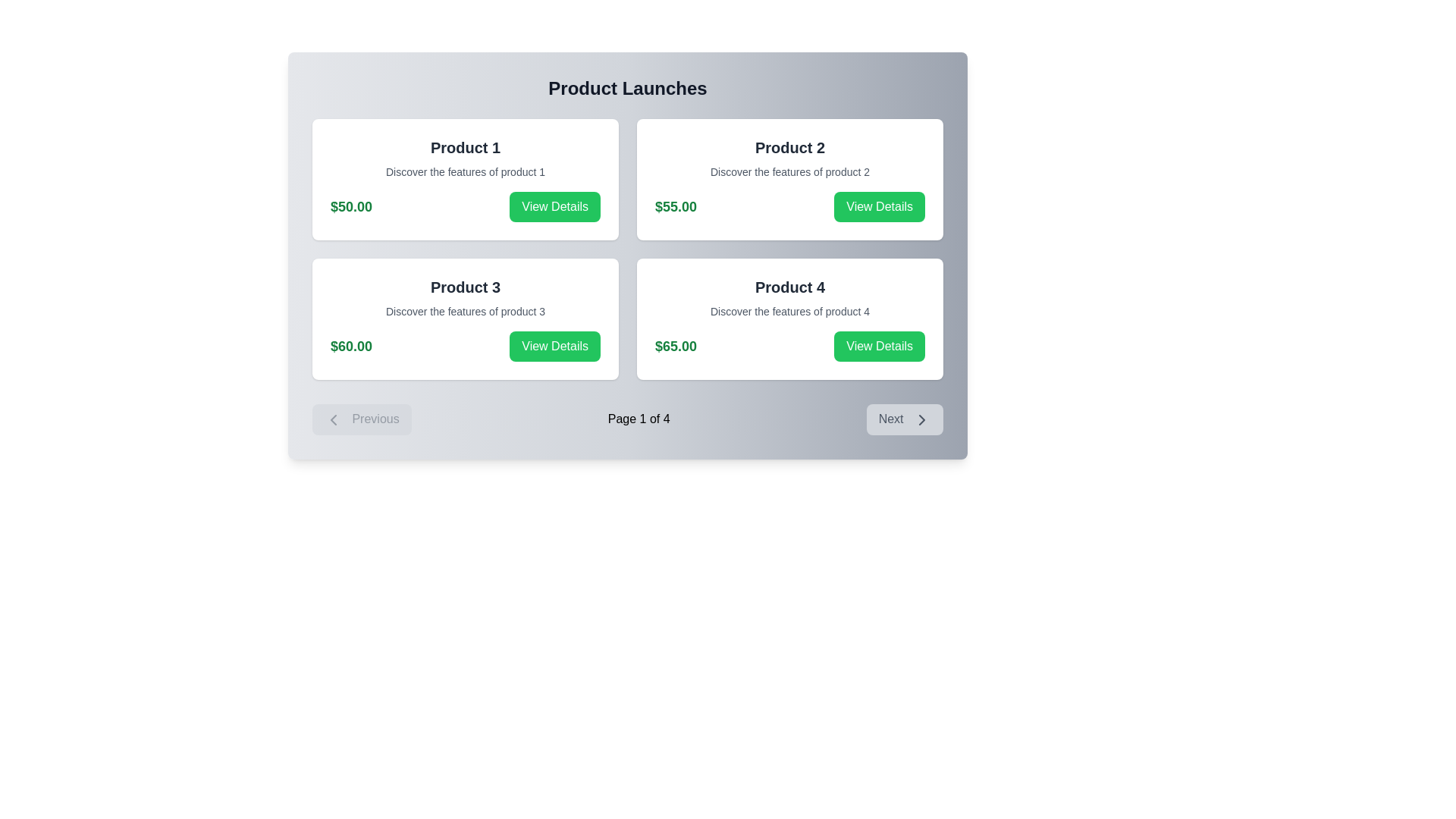 Image resolution: width=1456 pixels, height=819 pixels. Describe the element at coordinates (361, 419) in the screenshot. I see `the disabled previous page button located at the bottom-left corner of the navigation bar` at that location.